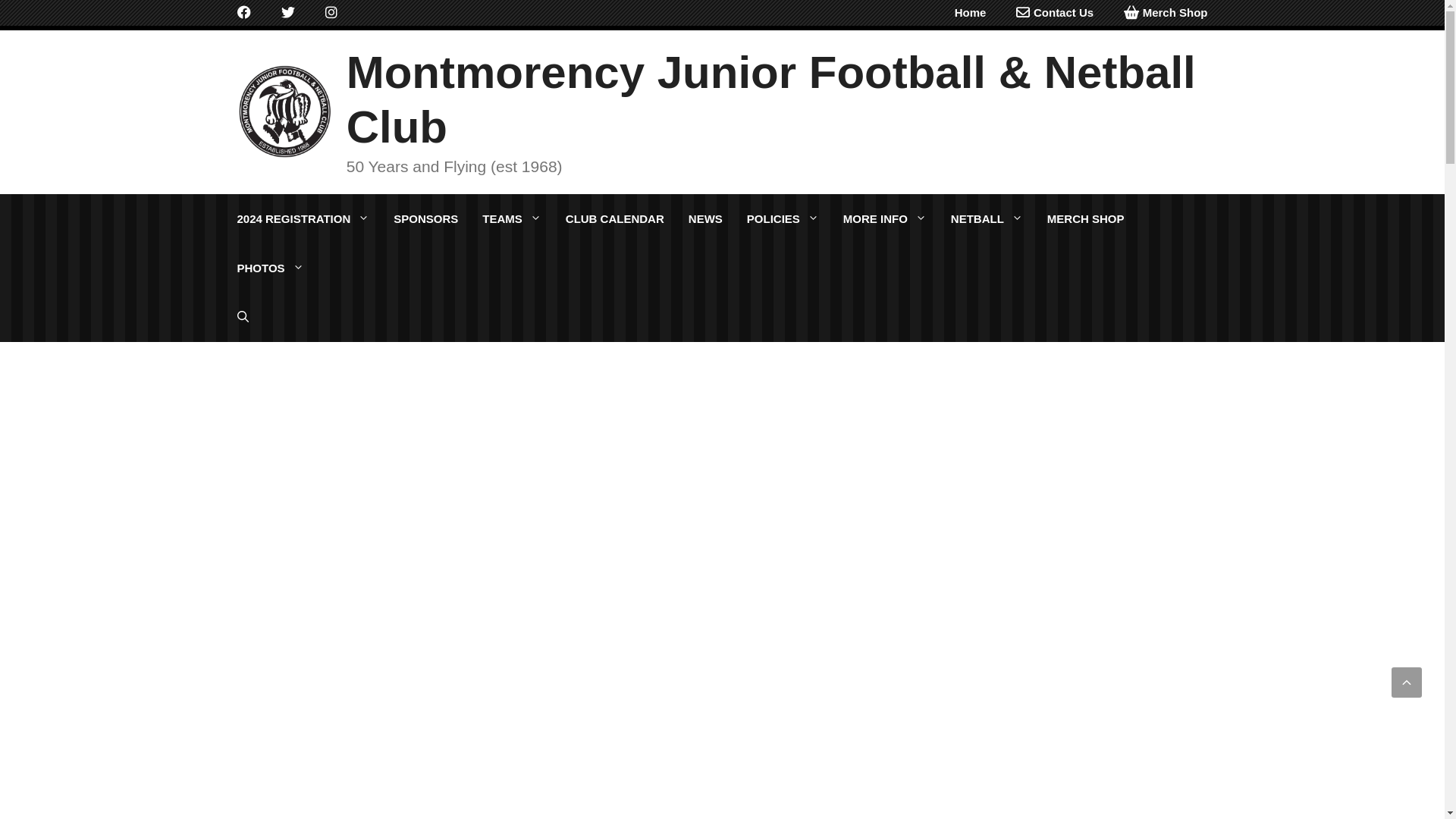 This screenshot has width=1456, height=819. What do you see at coordinates (987, 218) in the screenshot?
I see `'NETBALL'` at bounding box center [987, 218].